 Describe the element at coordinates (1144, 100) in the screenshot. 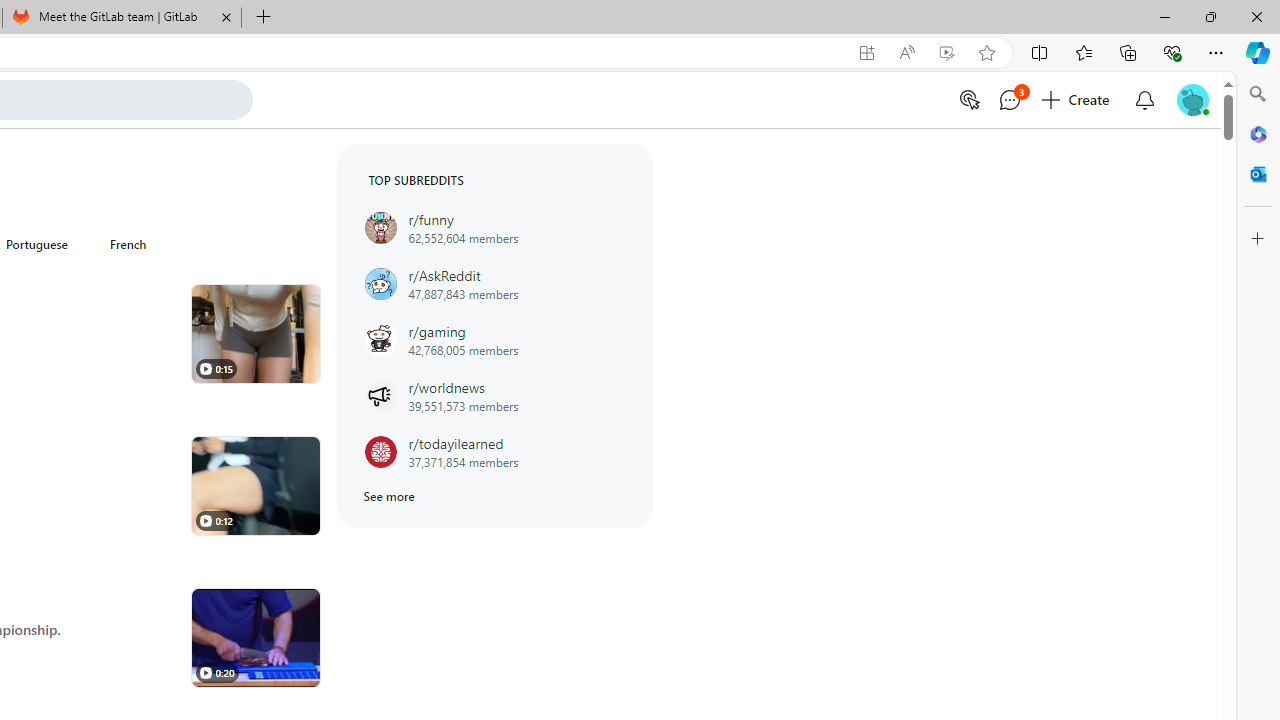

I see `'Open inbox'` at that location.